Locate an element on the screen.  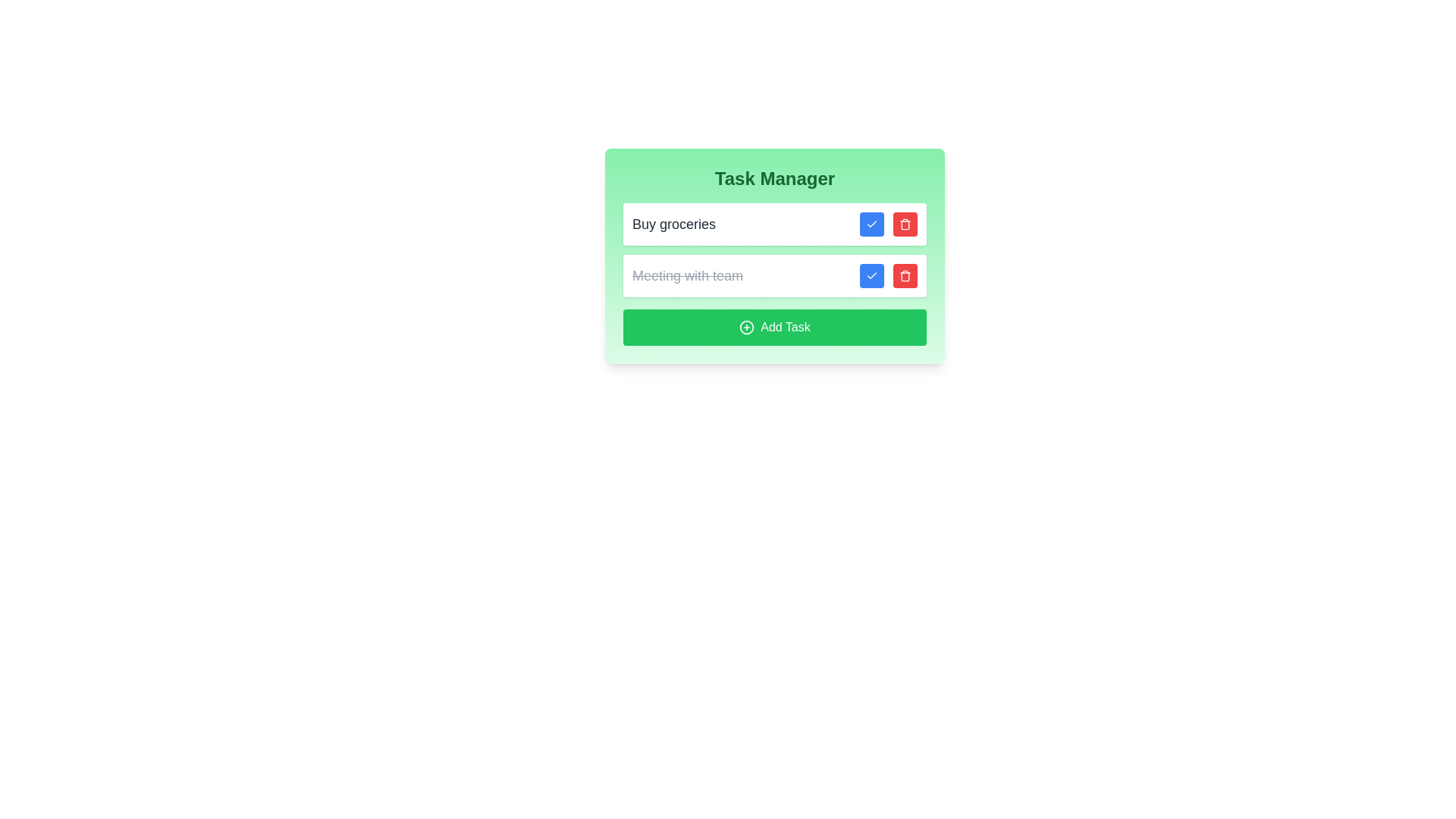
the second task item block within the task manager component, which is a rectangular card with a green gradient background and rounded corners is located at coordinates (775, 256).